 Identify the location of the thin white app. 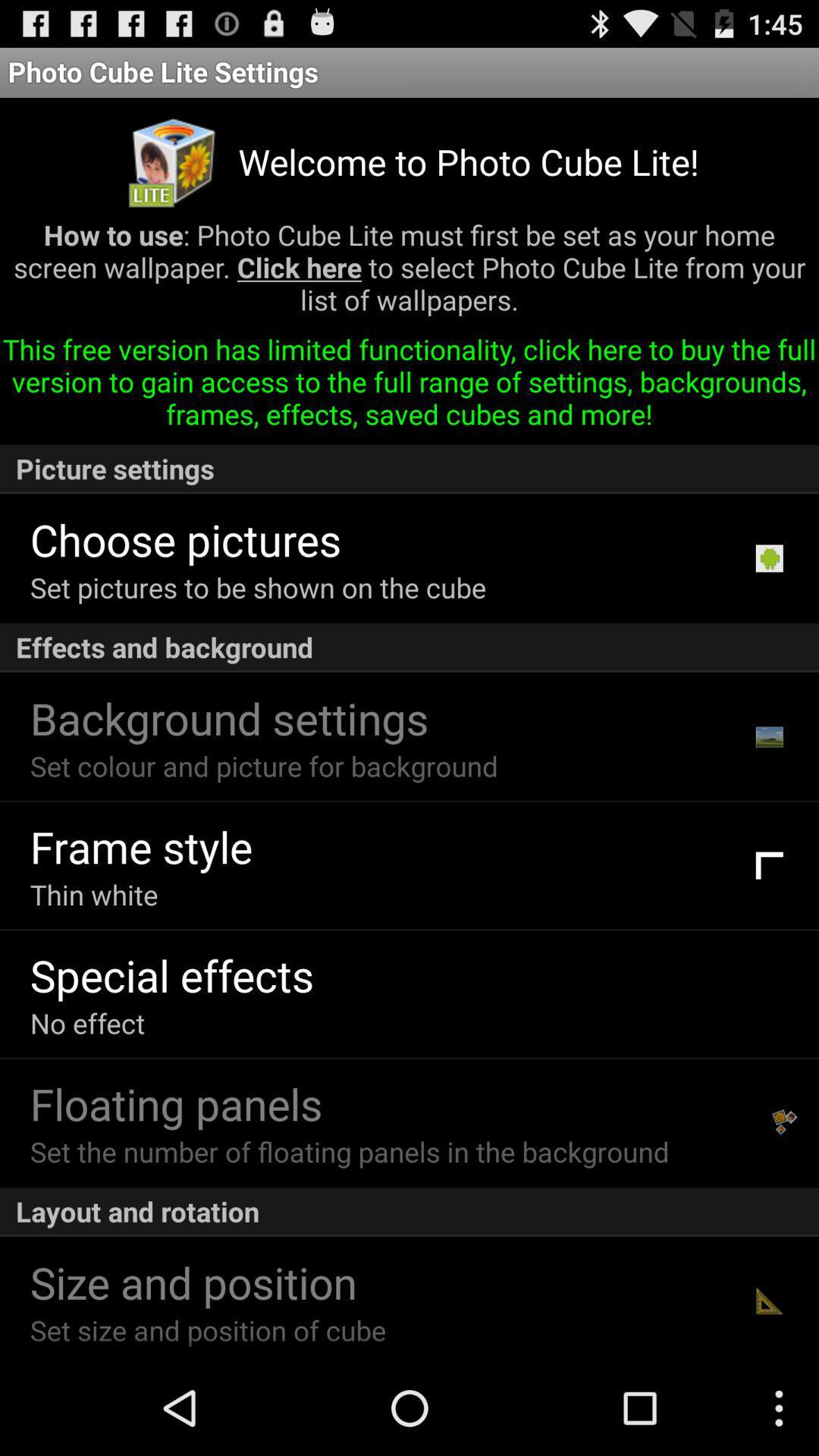
(94, 894).